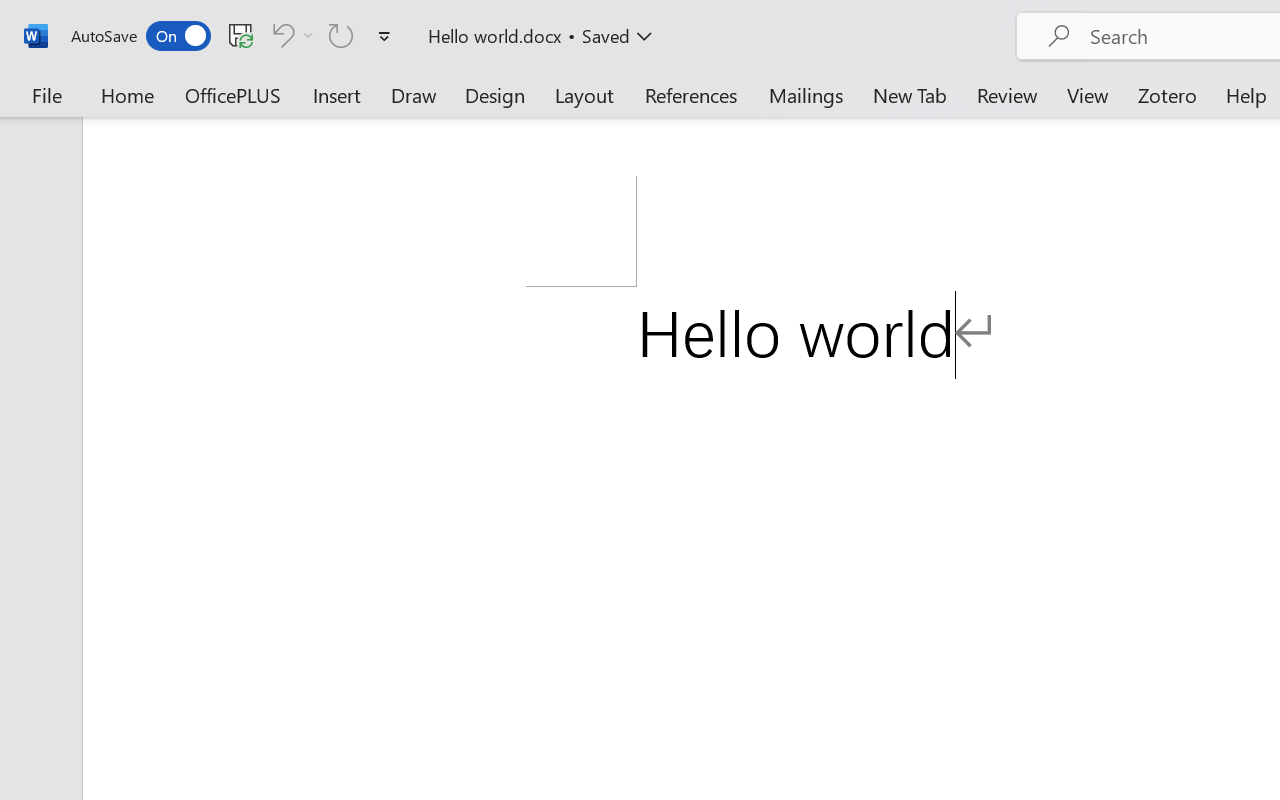  What do you see at coordinates (279, 34) in the screenshot?
I see `'Can'` at bounding box center [279, 34].